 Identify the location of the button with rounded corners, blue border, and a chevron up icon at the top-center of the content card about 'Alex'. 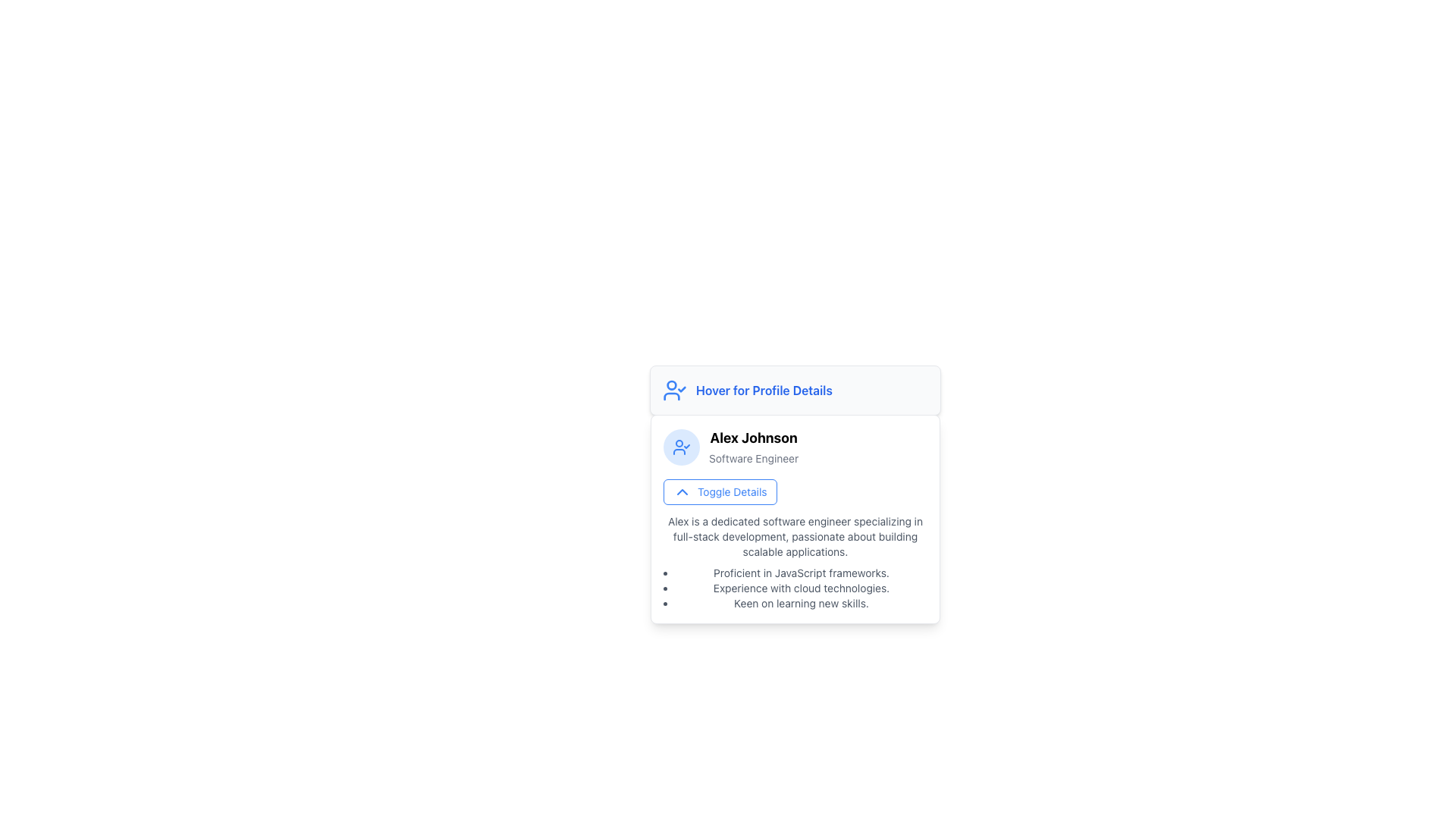
(719, 491).